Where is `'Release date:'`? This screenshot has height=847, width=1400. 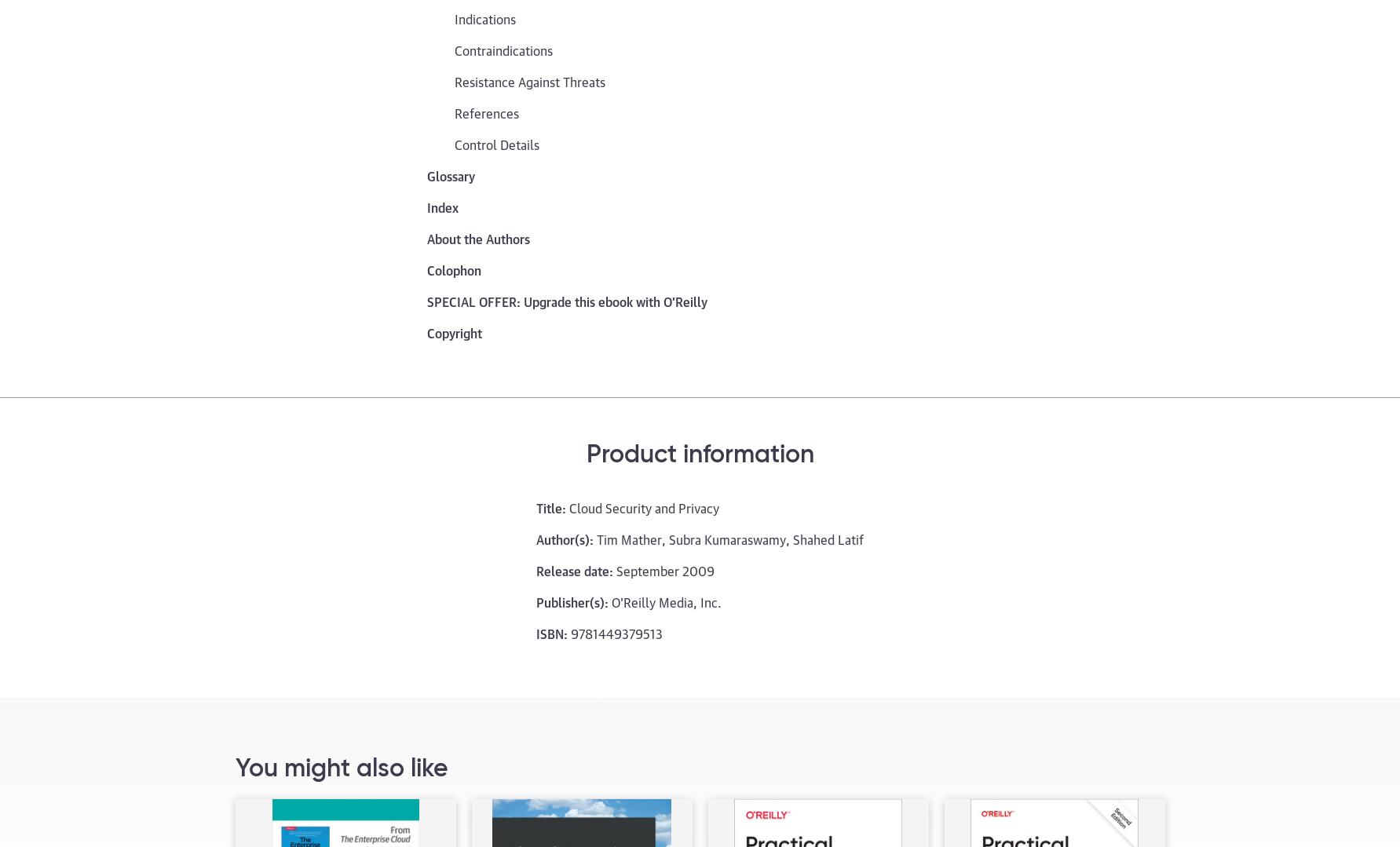 'Release date:' is located at coordinates (573, 568).